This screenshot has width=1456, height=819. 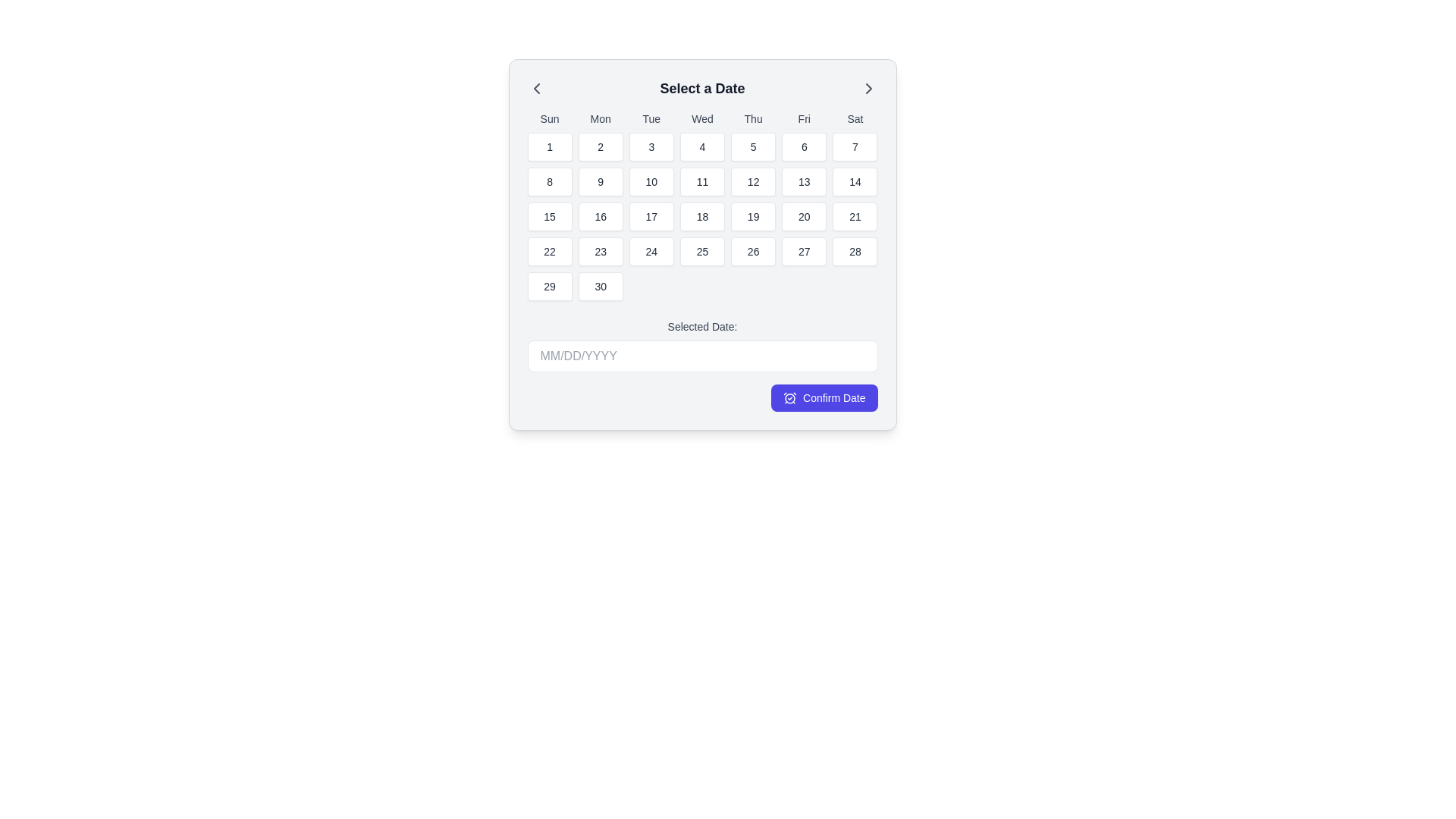 What do you see at coordinates (701, 118) in the screenshot?
I see `the header label for the Wednesday column in the calendar, which visually indicates the day of the week 'Wednesday'` at bounding box center [701, 118].